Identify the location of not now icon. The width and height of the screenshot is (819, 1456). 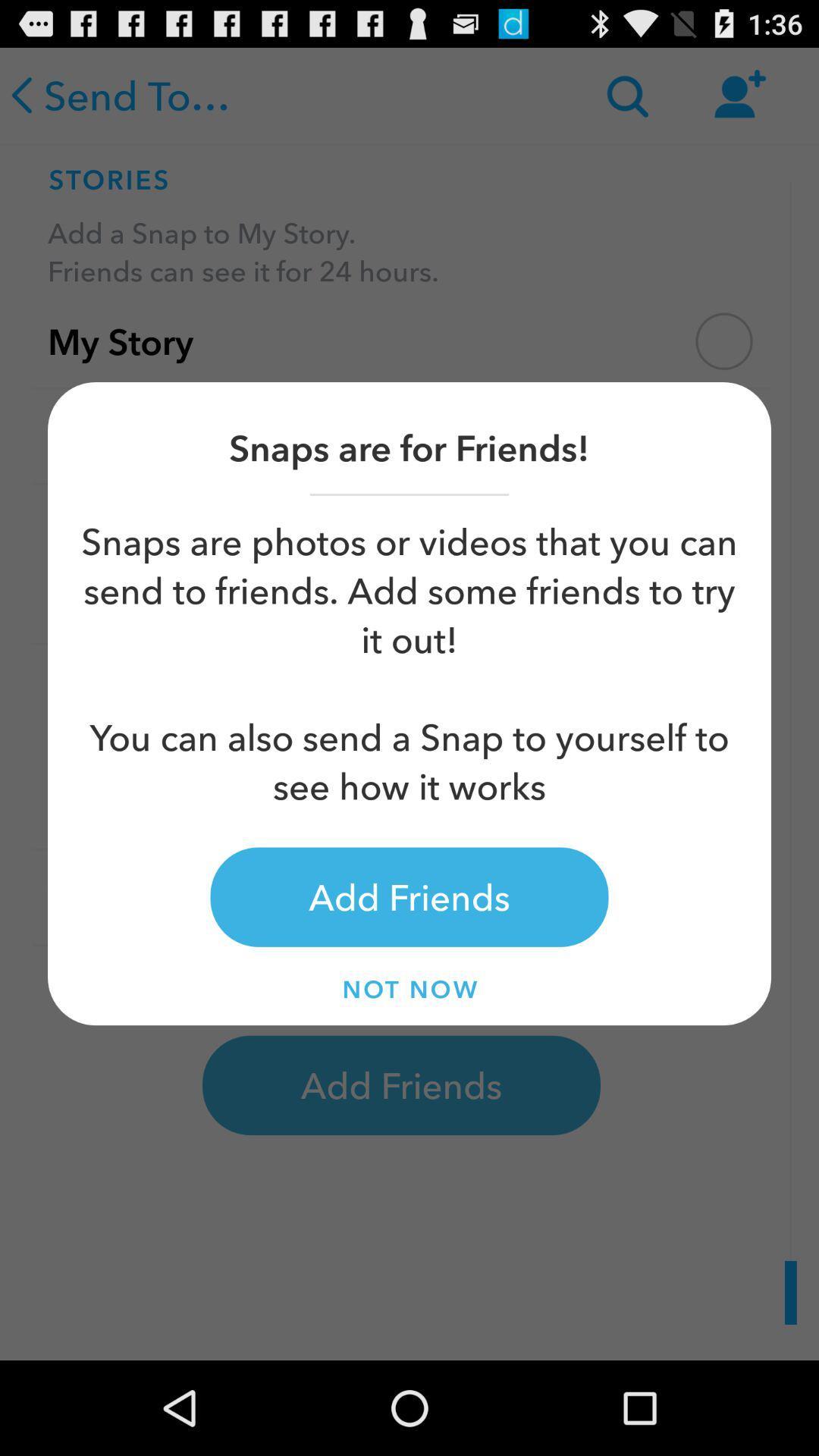
(409, 989).